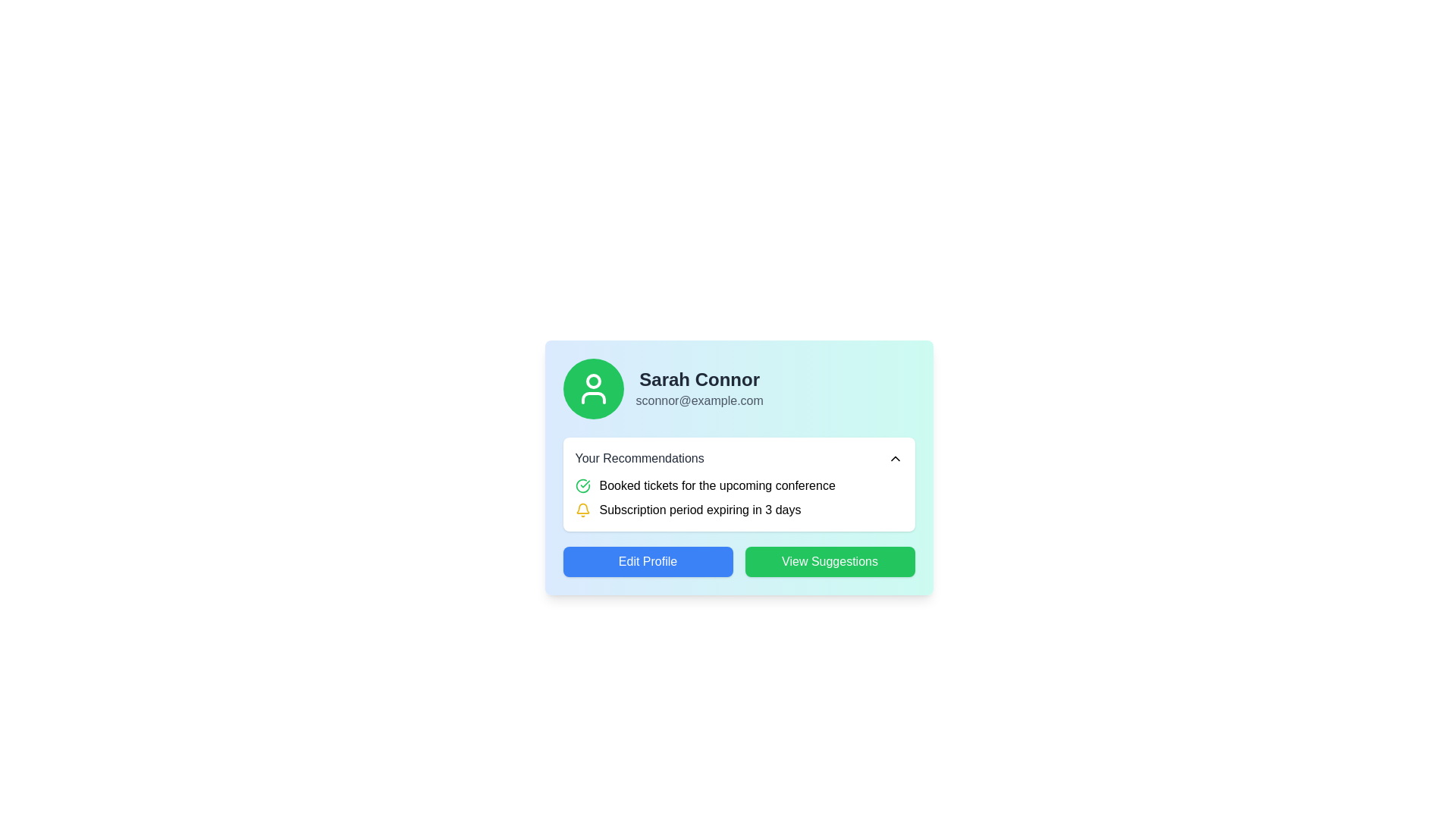 The height and width of the screenshot is (819, 1456). Describe the element at coordinates (639, 458) in the screenshot. I see `the text label that reads 'Your Recommendations', which is located at the top of a section with a white background, slightly below user details and above specific recommendation items` at that location.